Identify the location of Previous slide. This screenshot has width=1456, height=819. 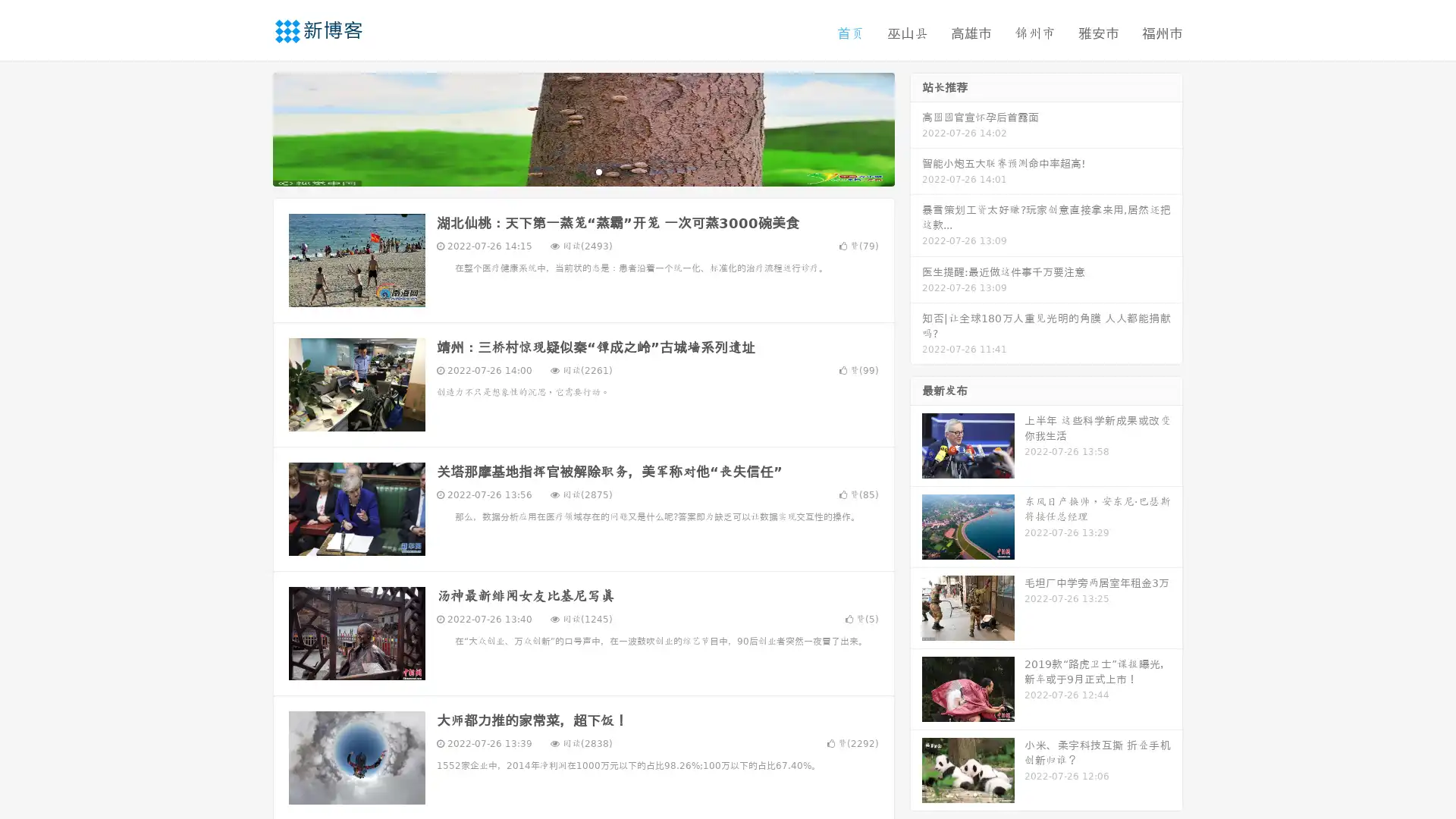
(250, 127).